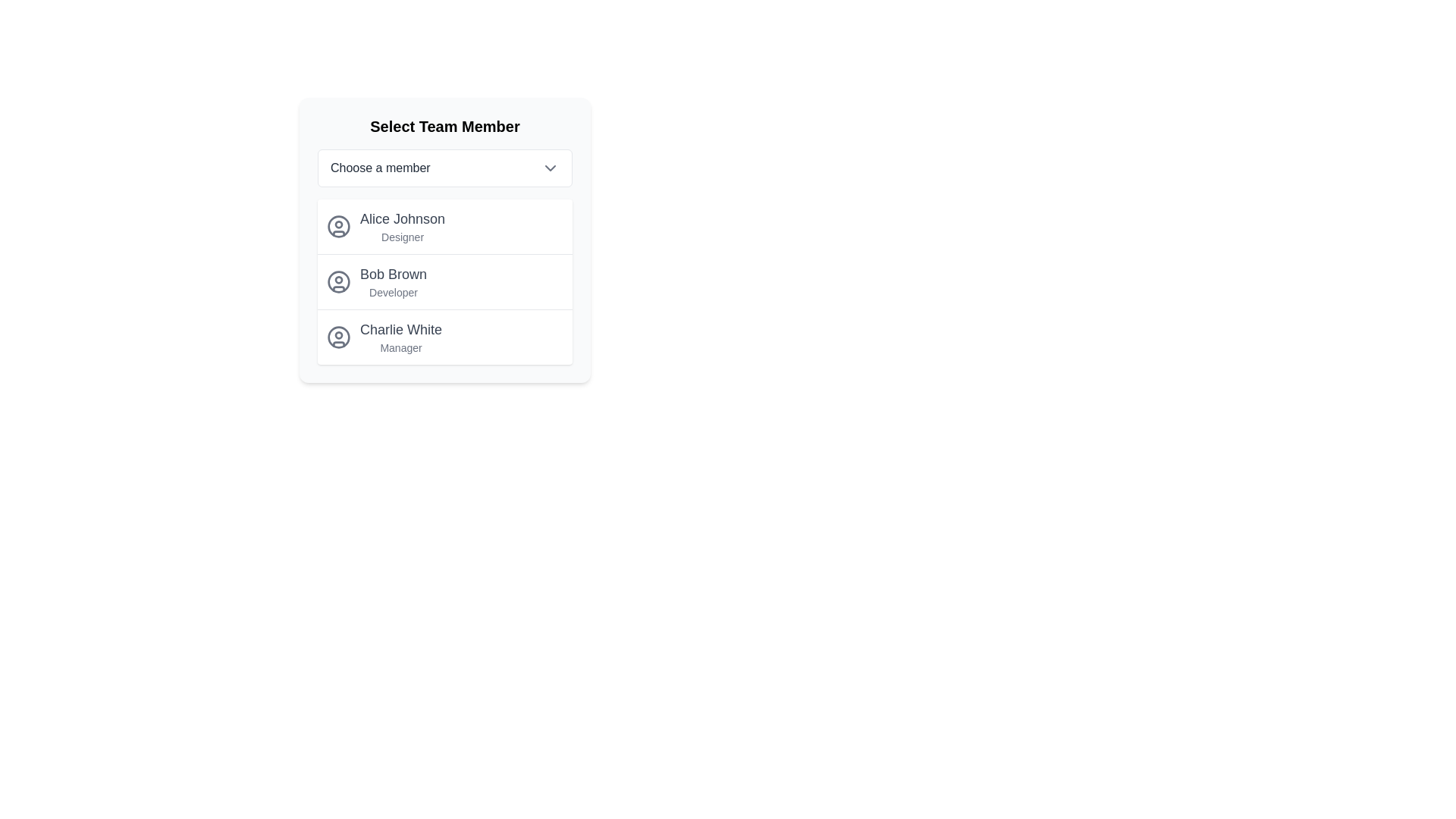  Describe the element at coordinates (403, 237) in the screenshot. I see `the text label displaying the role or designation of the team member, located within the modal dialog titled 'Select Team Member', directly below 'Alice Johnson'` at that location.